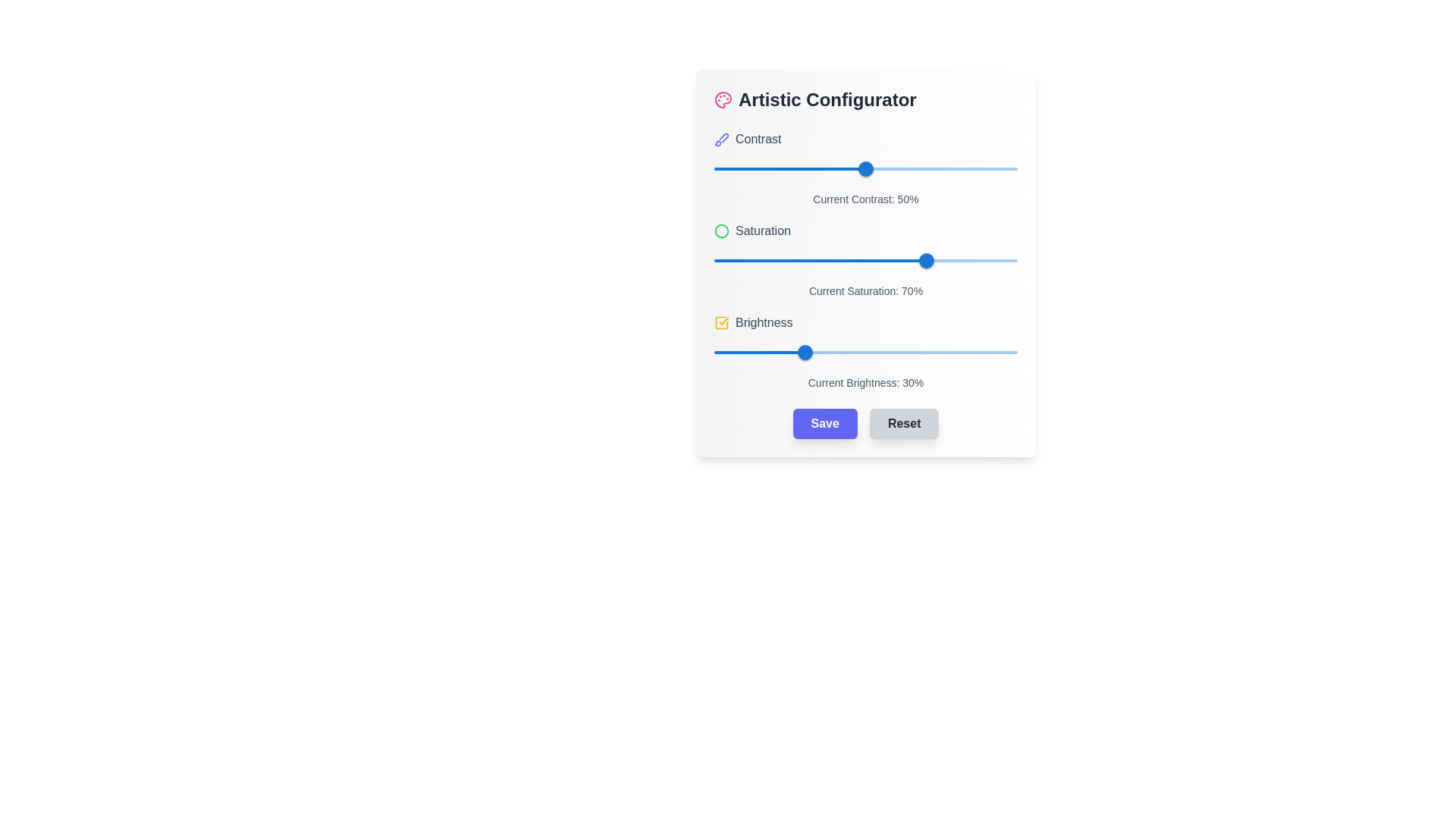 The height and width of the screenshot is (819, 1456). Describe the element at coordinates (869, 169) in the screenshot. I see `contrast` at that location.